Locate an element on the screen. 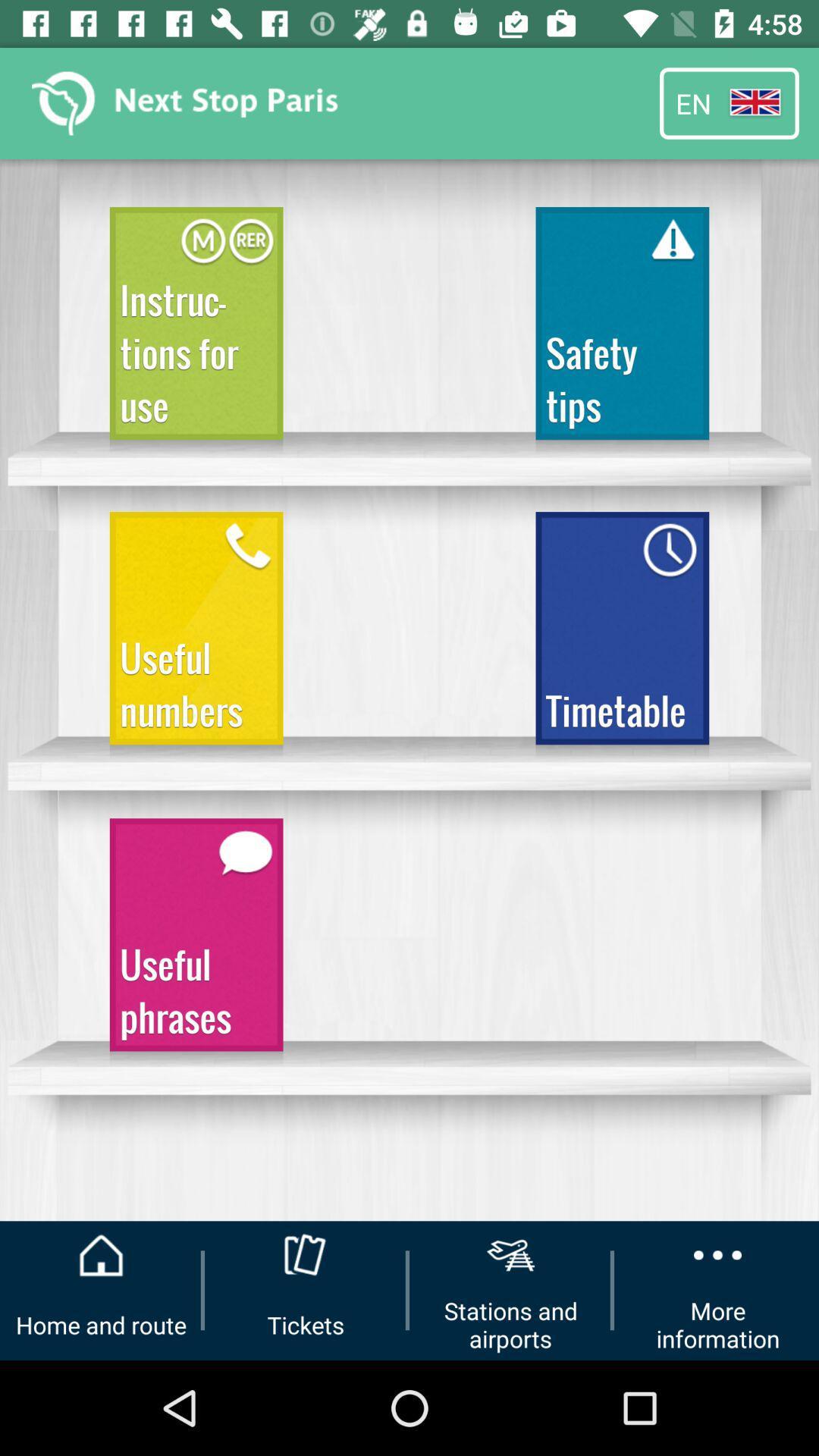 This screenshot has height=1456, width=819. the useful phrases is located at coordinates (196, 941).